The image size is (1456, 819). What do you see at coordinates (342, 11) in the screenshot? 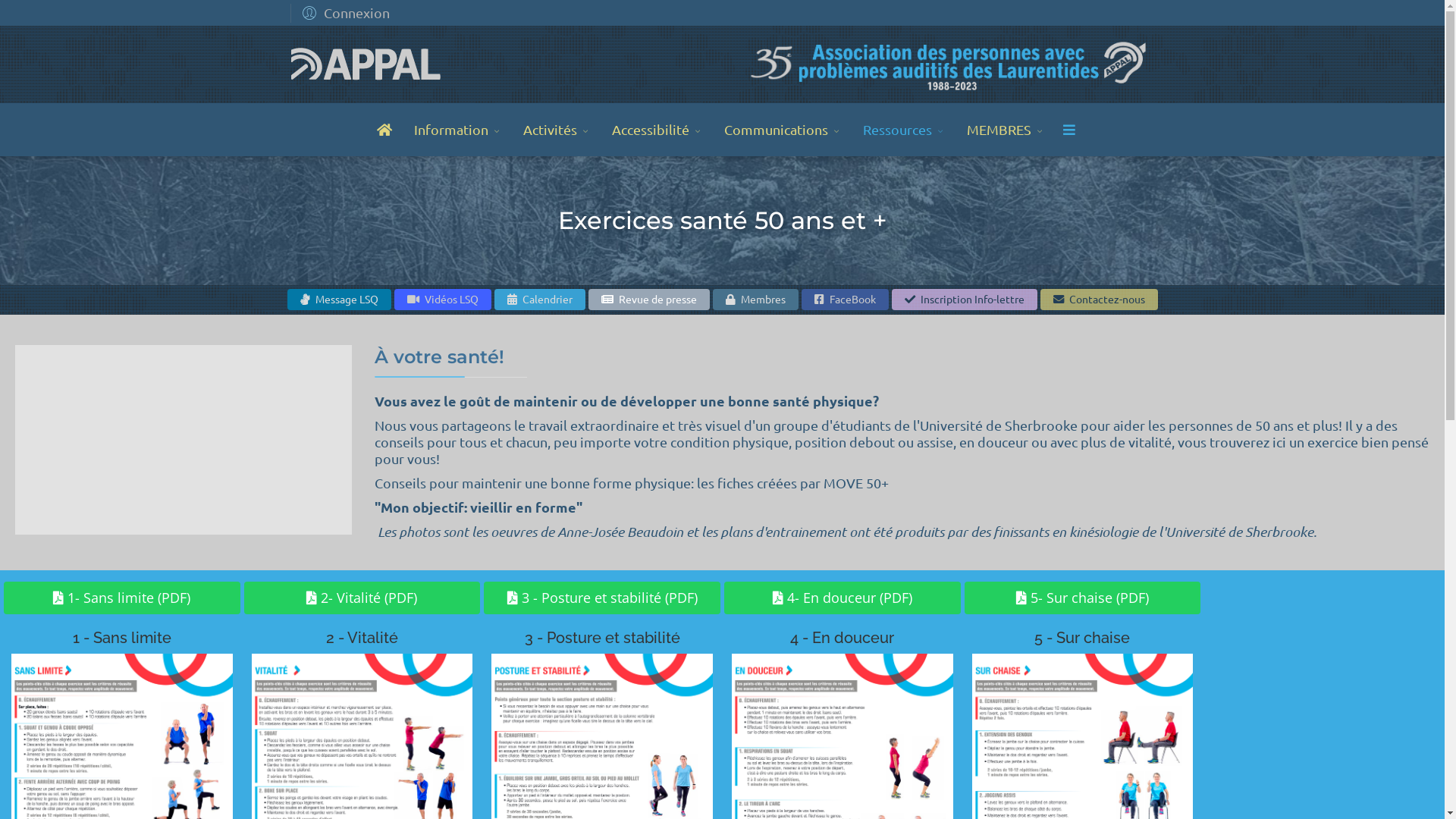
I see `'Connexion'` at bounding box center [342, 11].